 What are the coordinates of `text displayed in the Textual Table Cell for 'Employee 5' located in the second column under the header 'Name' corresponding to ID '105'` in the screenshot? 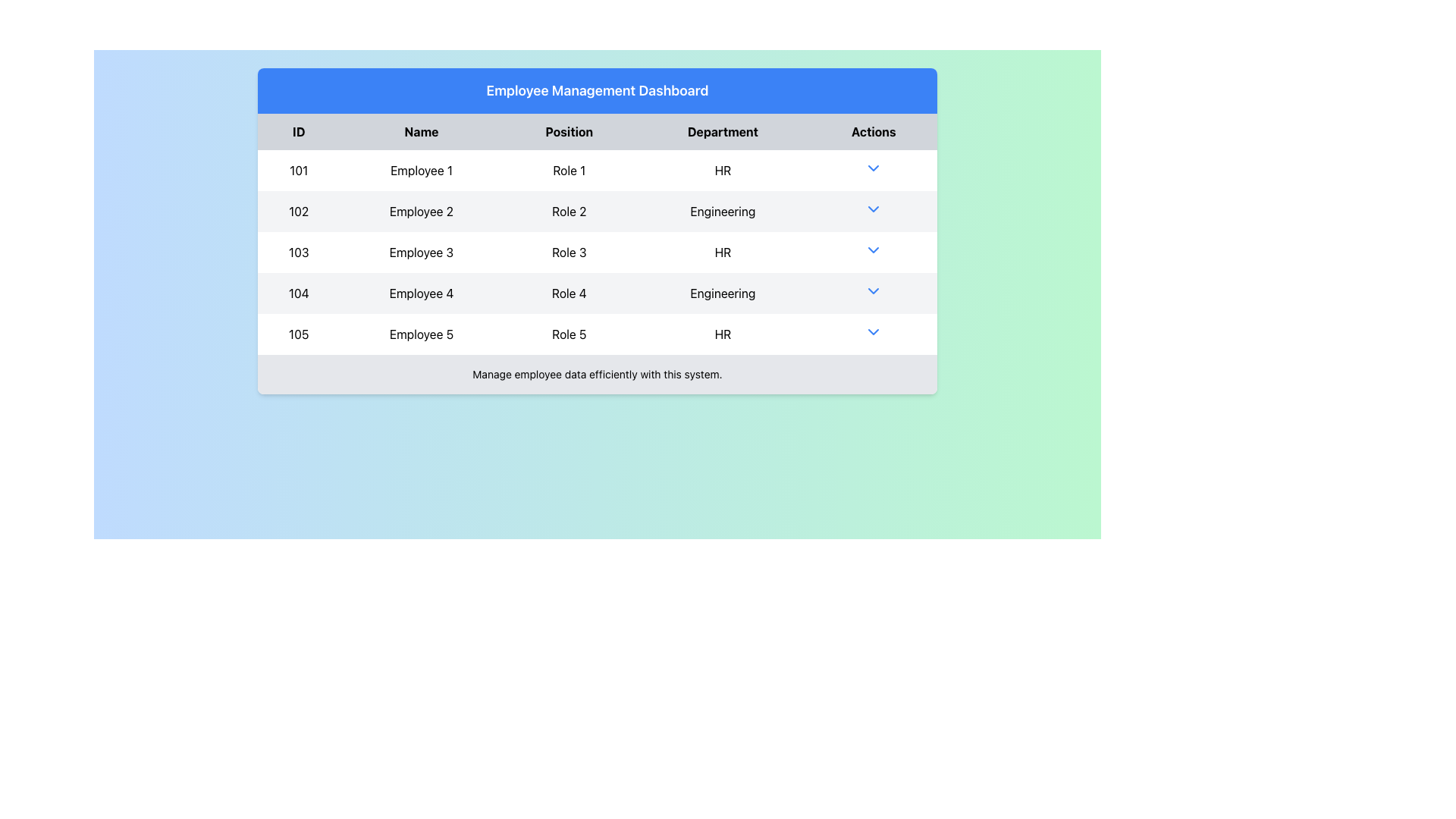 It's located at (422, 333).